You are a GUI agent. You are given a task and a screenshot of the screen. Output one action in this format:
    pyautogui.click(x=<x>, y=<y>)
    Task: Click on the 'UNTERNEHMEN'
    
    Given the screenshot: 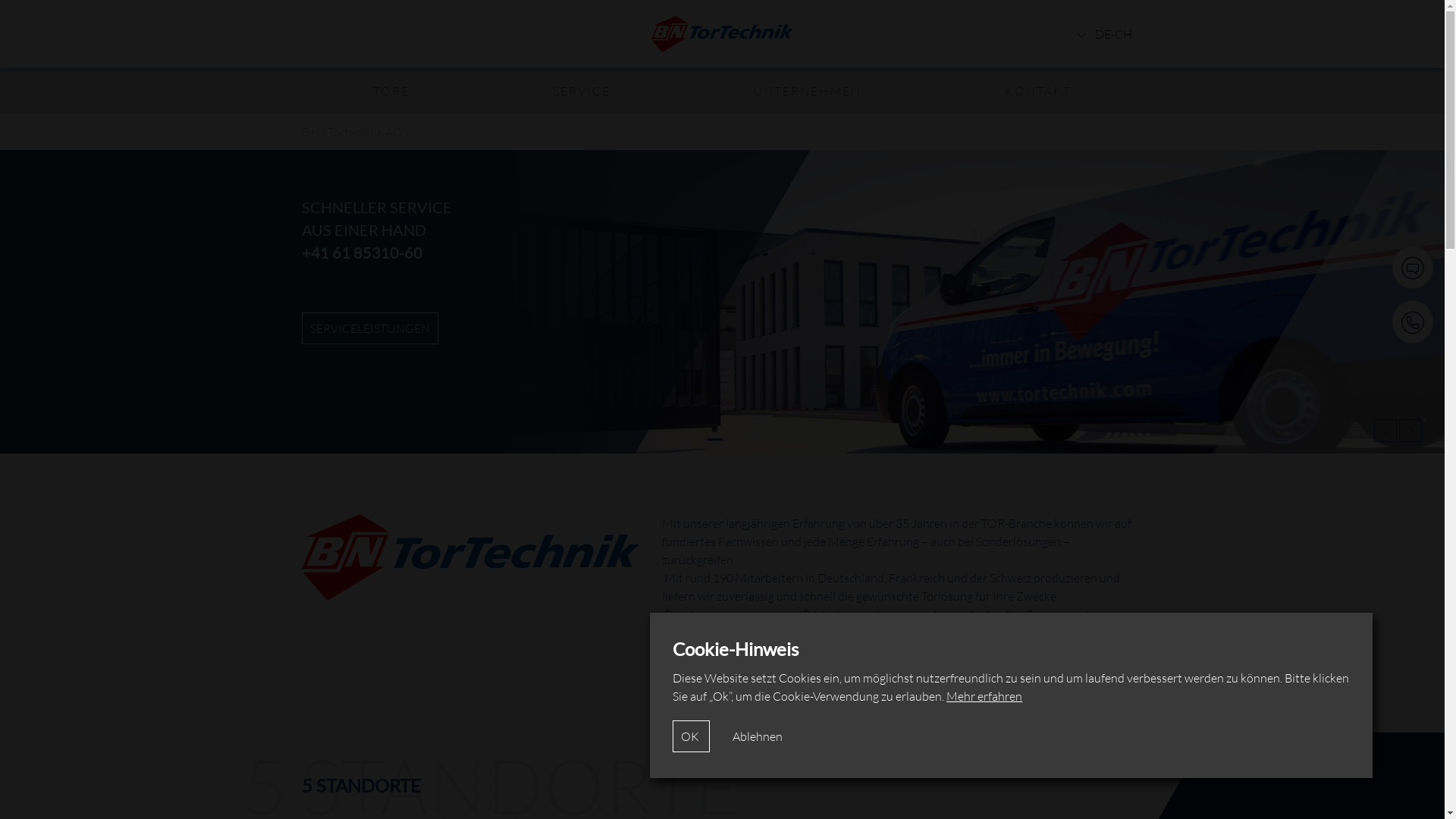 What is the action you would take?
    pyautogui.click(x=806, y=90)
    